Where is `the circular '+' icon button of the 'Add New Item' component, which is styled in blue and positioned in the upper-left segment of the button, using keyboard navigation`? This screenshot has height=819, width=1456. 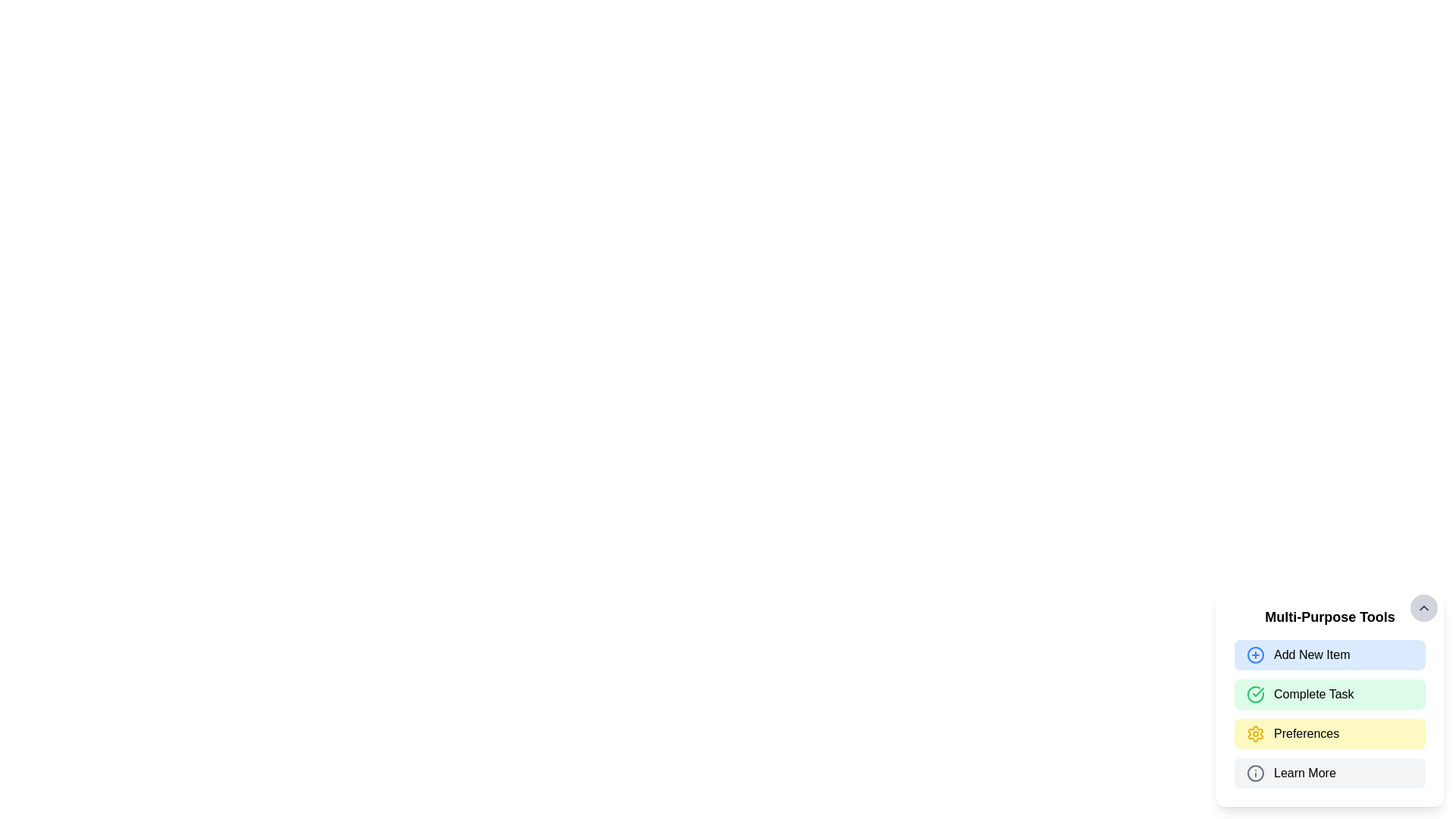 the circular '+' icon button of the 'Add New Item' component, which is styled in blue and positioned in the upper-left segment of the button, using keyboard navigation is located at coordinates (1256, 654).